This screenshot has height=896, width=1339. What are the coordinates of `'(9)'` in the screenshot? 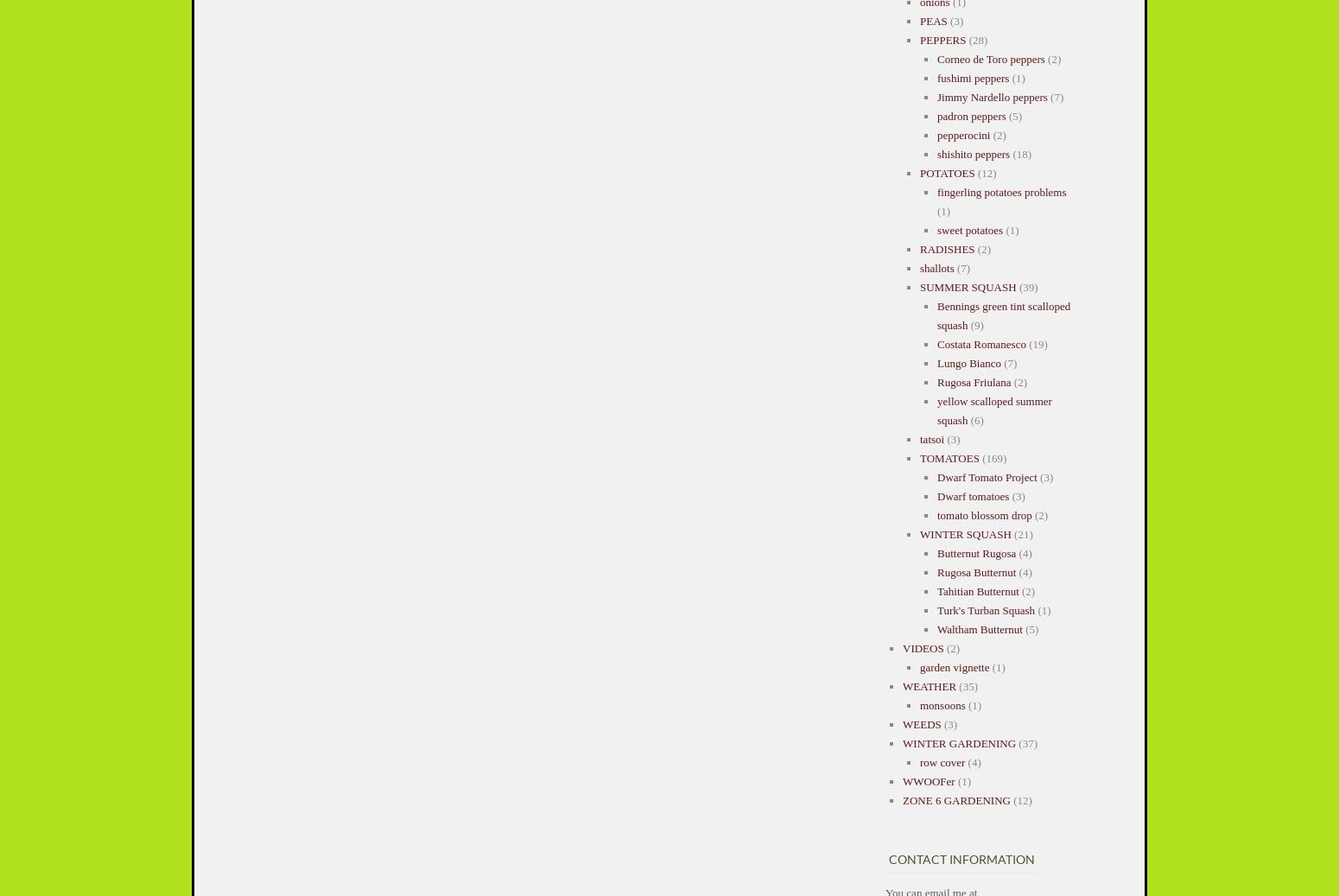 It's located at (974, 324).